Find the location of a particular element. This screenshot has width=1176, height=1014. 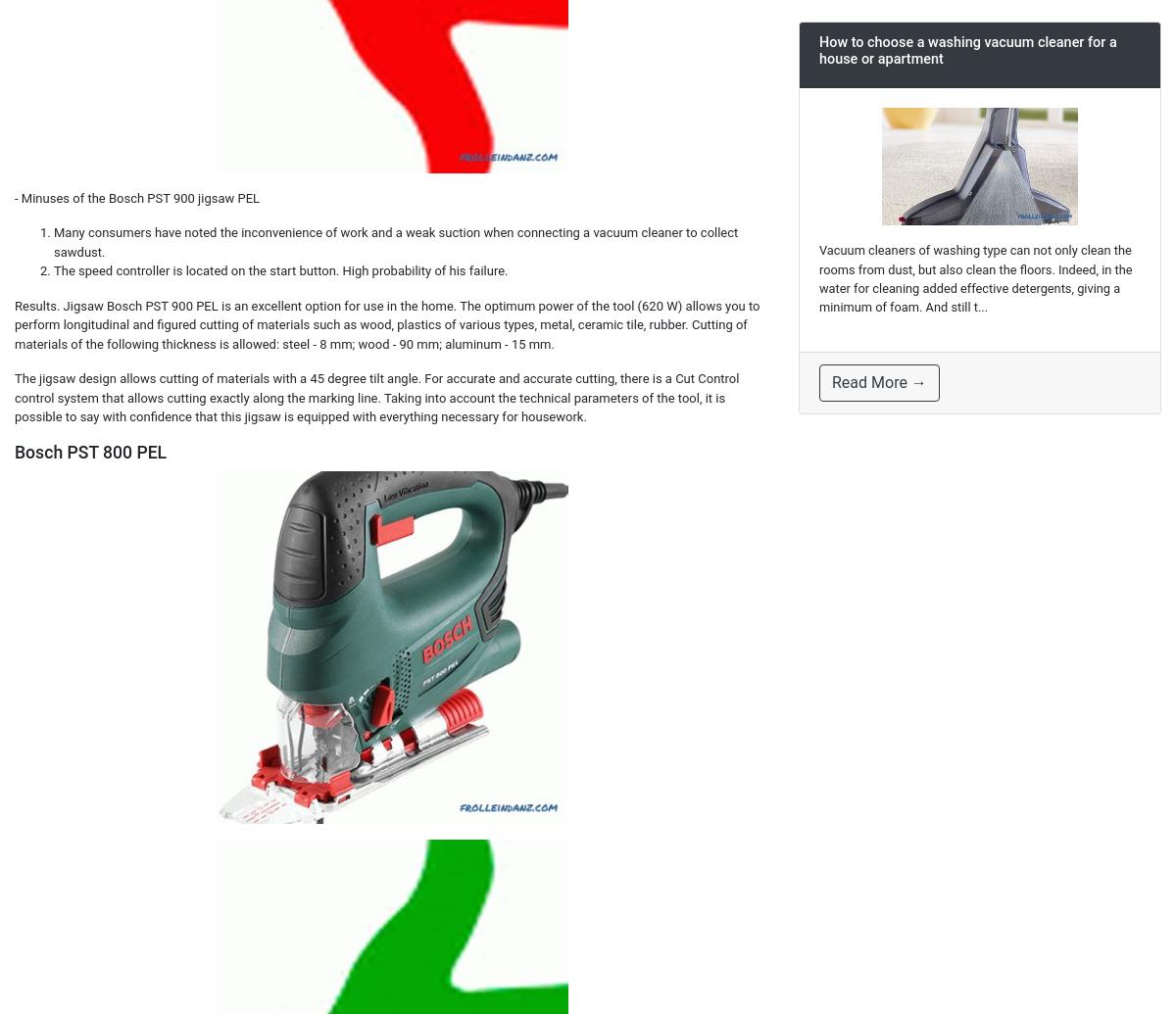

'How to choose a washing vacuum cleaner for a house or apartment' is located at coordinates (818, 50).